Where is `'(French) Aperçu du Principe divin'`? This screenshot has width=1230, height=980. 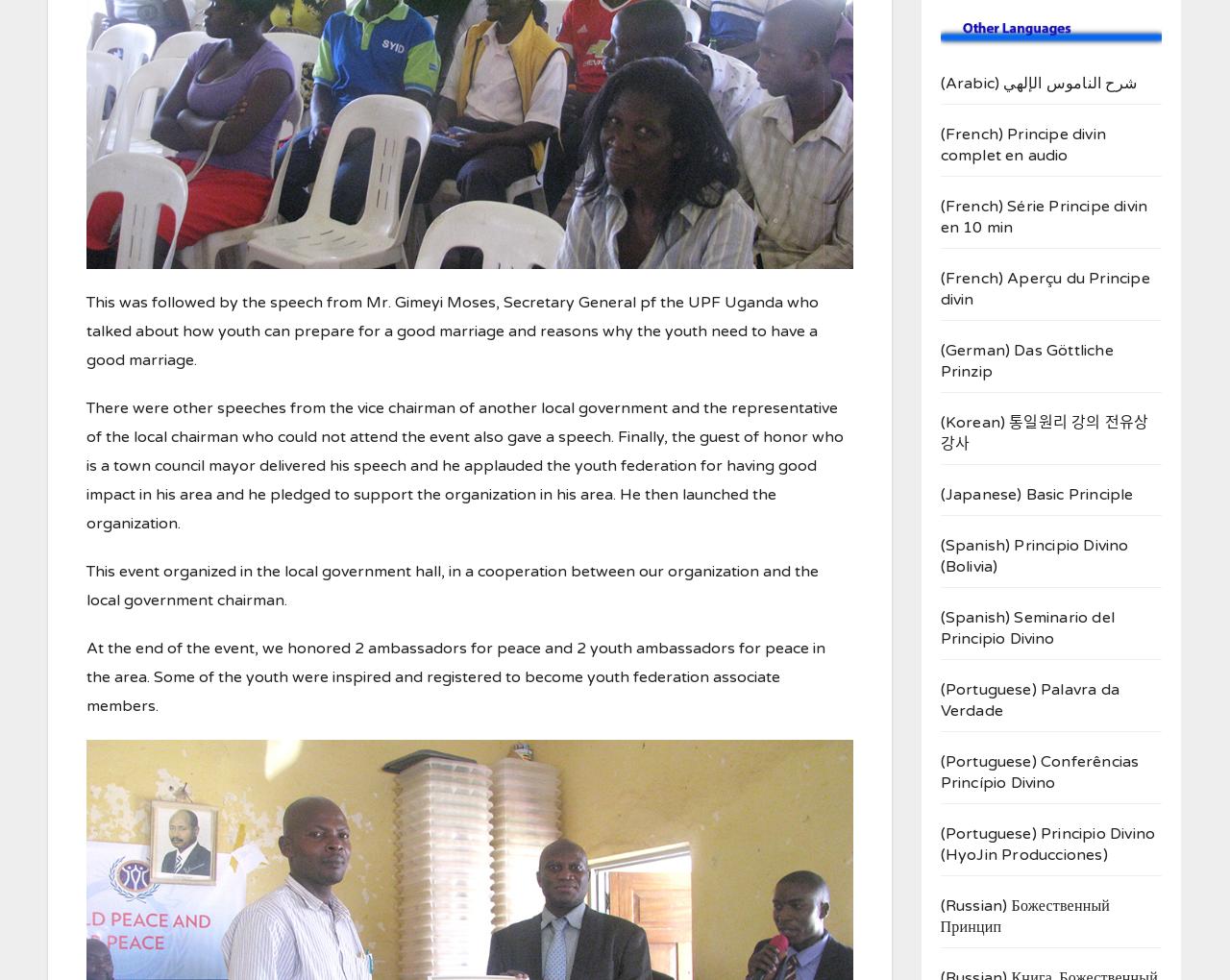
'(French) Aperçu du Principe divin' is located at coordinates (1043, 289).